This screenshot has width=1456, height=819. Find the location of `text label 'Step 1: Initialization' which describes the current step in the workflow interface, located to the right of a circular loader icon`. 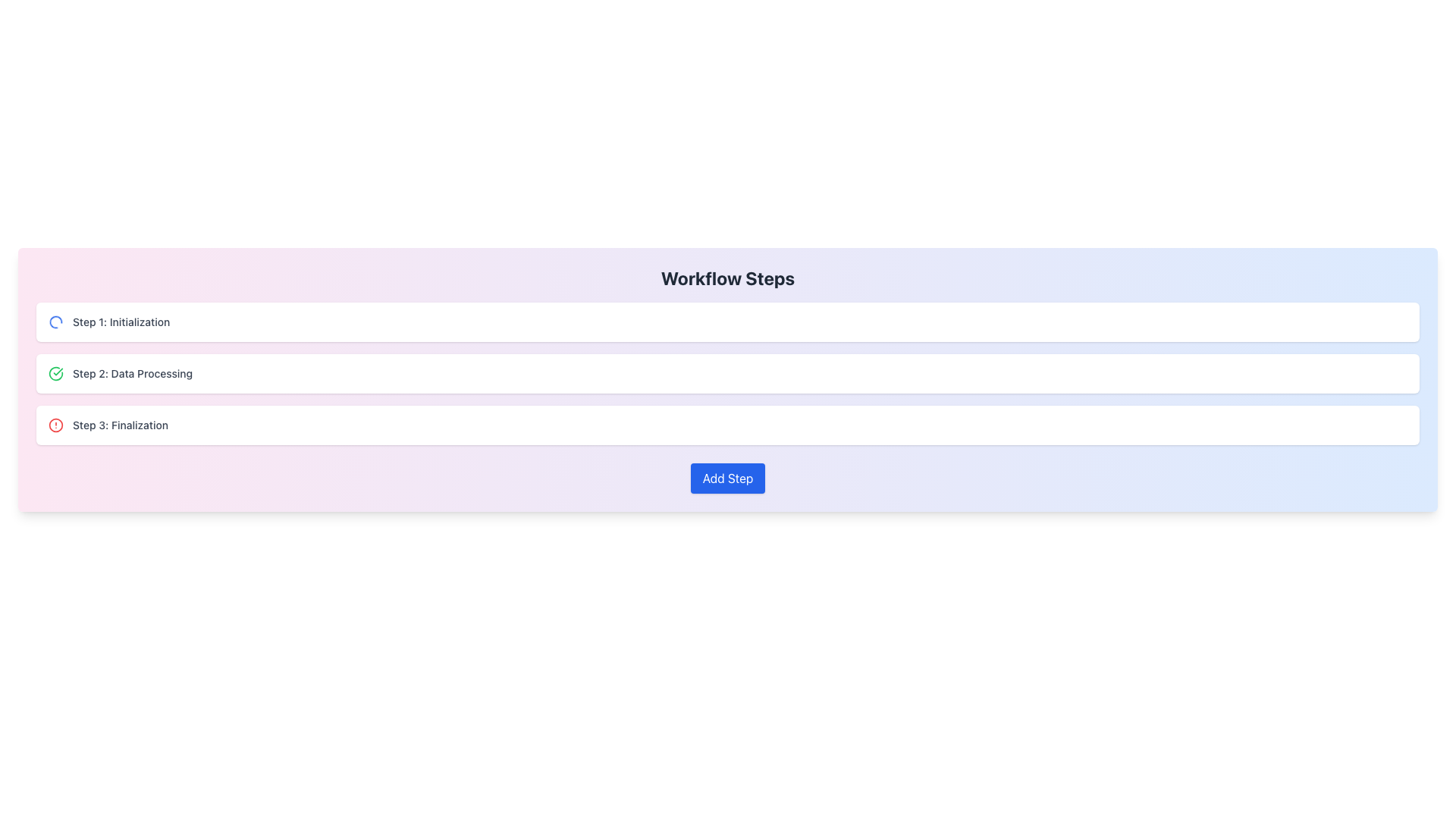

text label 'Step 1: Initialization' which describes the current step in the workflow interface, located to the right of a circular loader icon is located at coordinates (121, 321).